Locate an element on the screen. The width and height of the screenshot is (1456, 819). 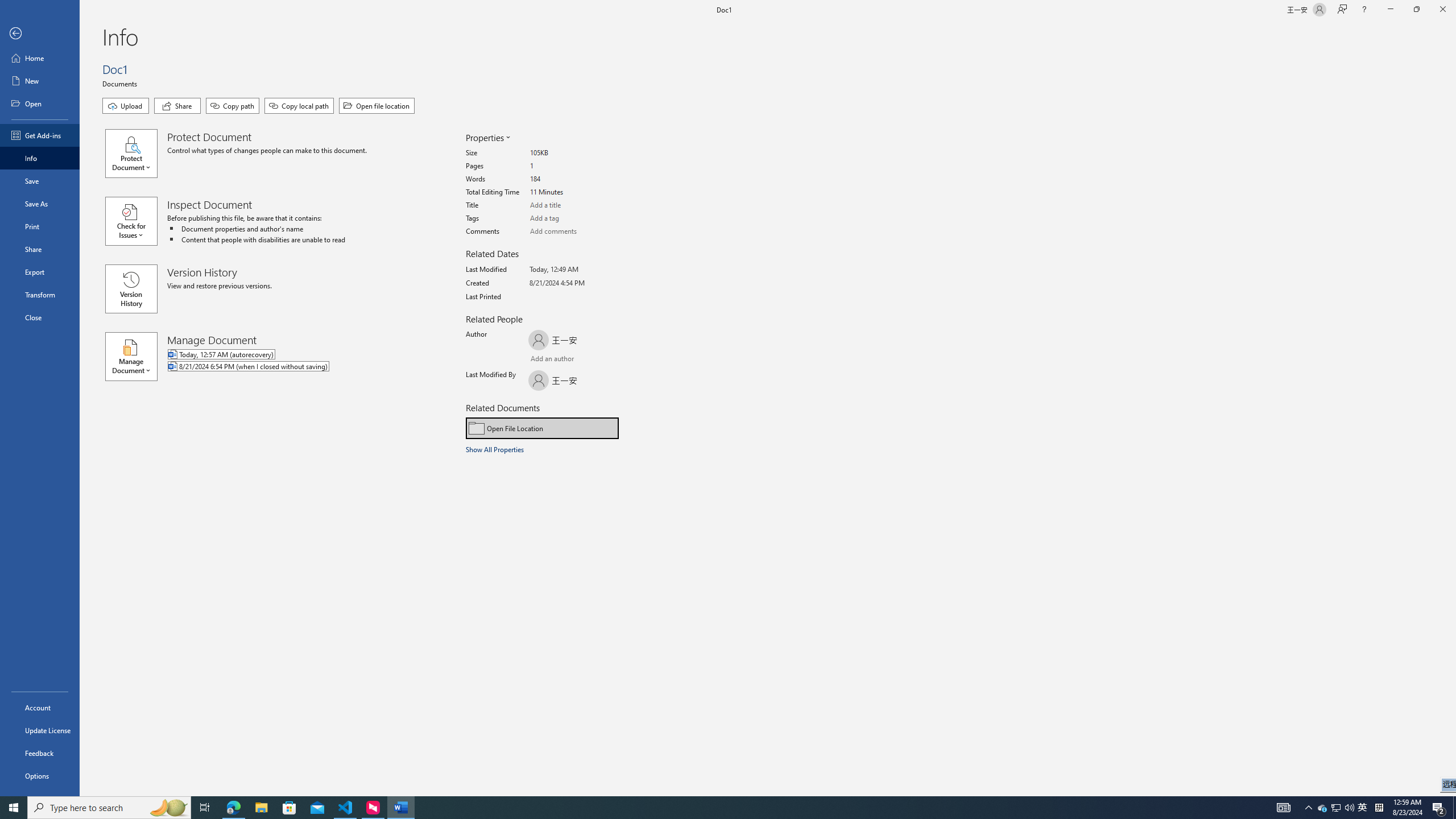
'Show All Properties' is located at coordinates (495, 448).